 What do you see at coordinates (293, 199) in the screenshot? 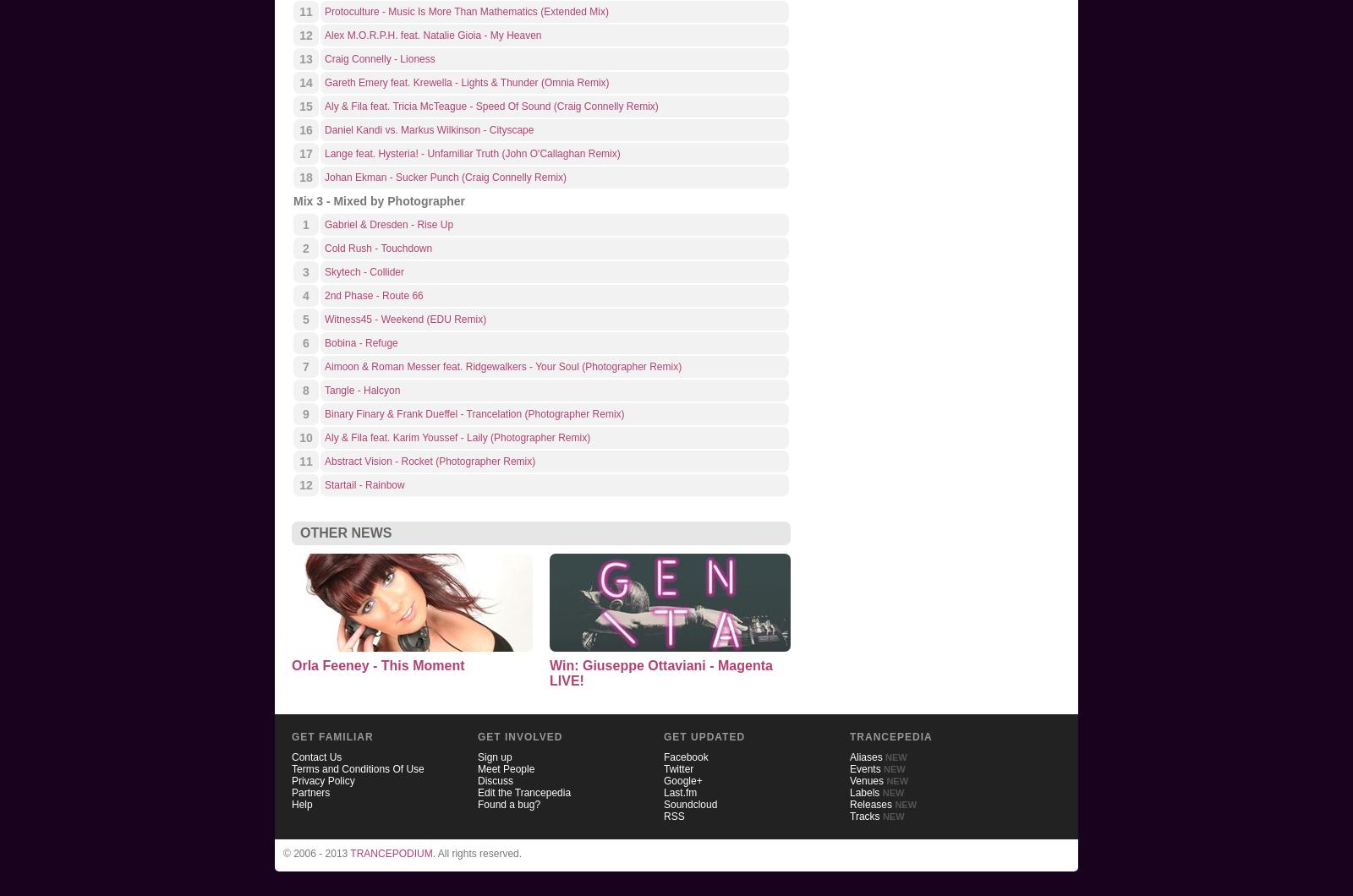
I see `'Mix 3 - Mixed by Photographer'` at bounding box center [293, 199].